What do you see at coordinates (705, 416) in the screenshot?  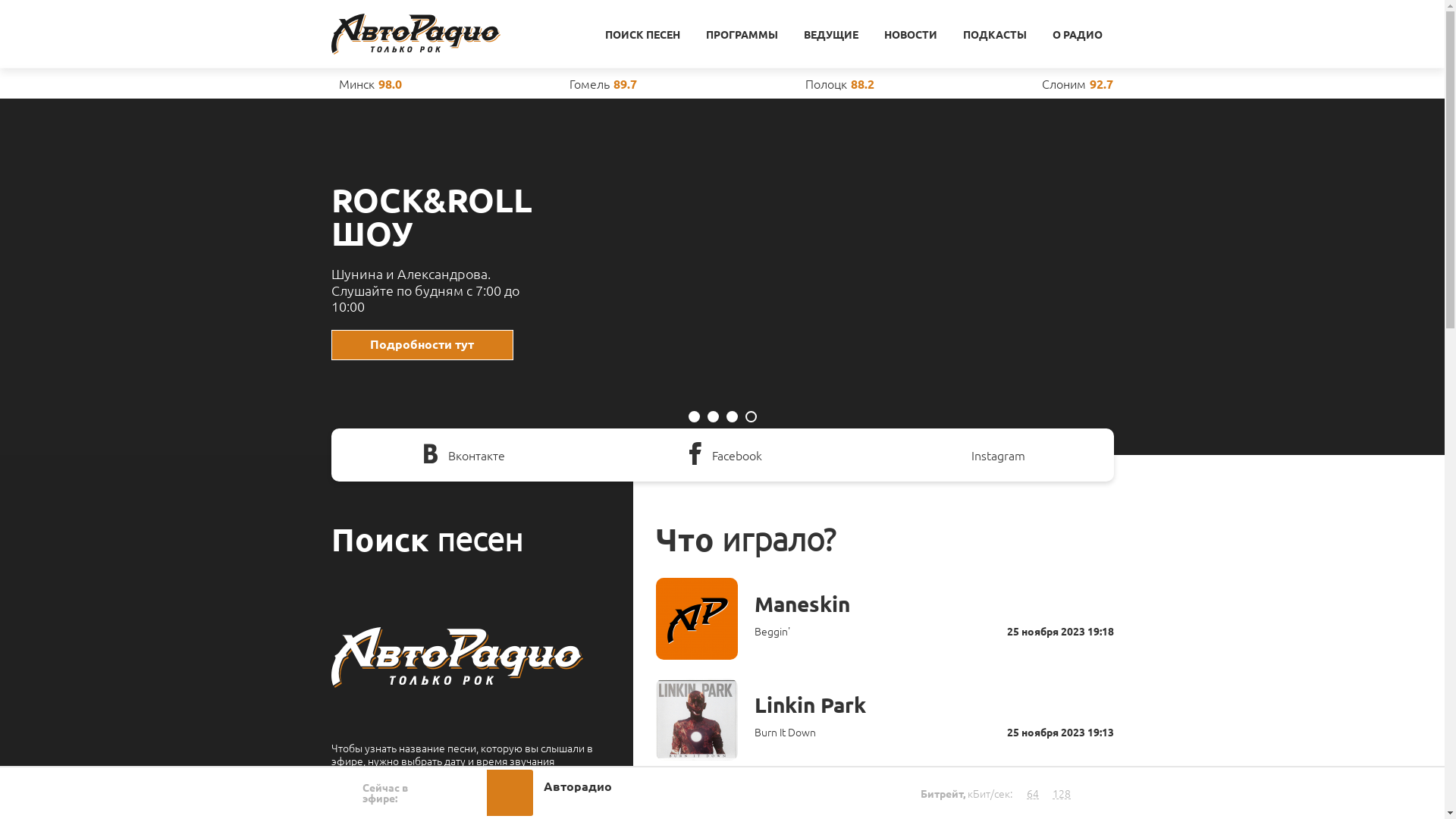 I see `'2'` at bounding box center [705, 416].